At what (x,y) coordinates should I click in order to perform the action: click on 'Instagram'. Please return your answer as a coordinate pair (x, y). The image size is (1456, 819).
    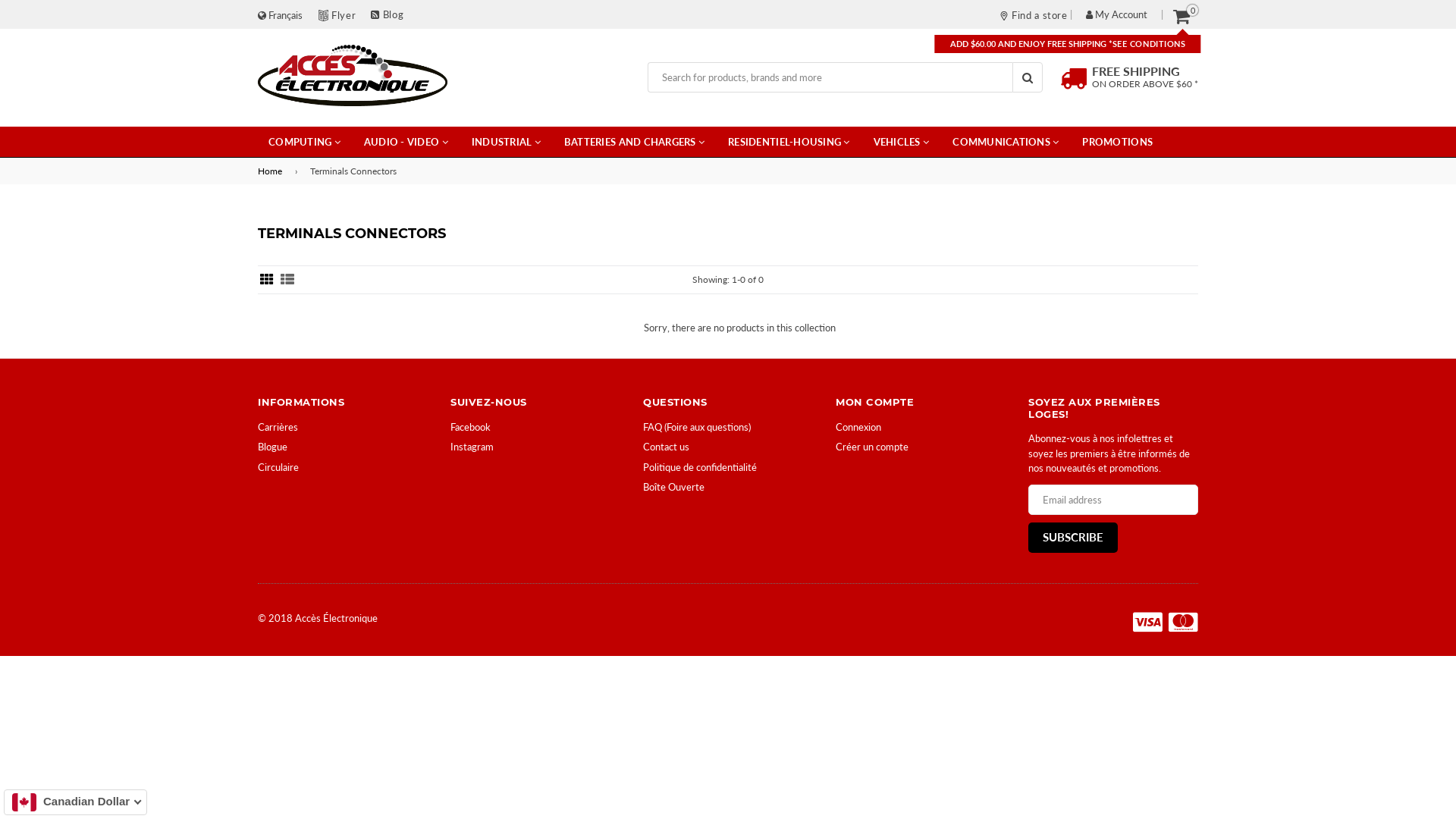
    Looking at the image, I should click on (471, 446).